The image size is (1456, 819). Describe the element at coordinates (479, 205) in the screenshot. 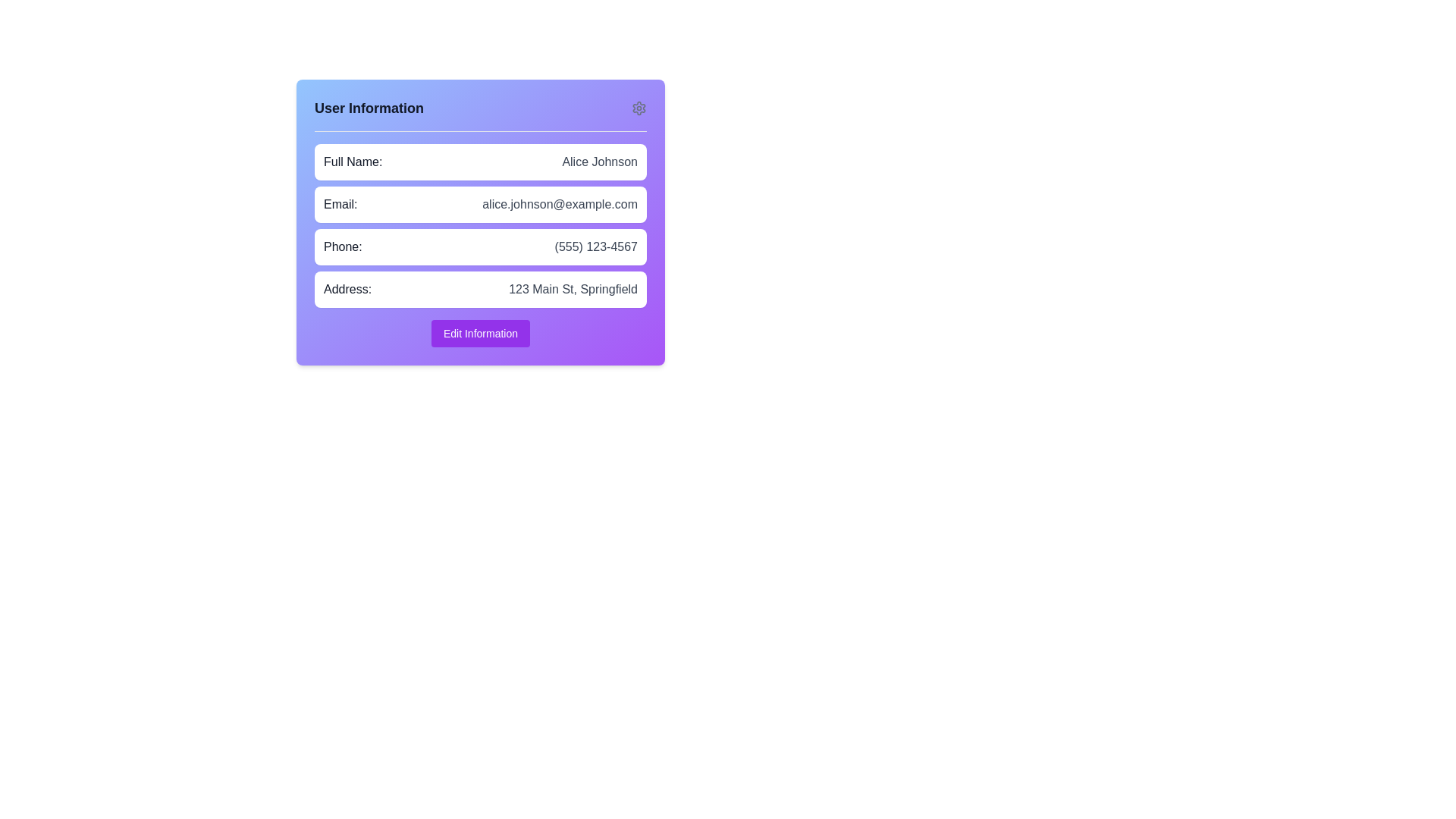

I see `the text display field that shows the user's email address, which is located in the second row of the vertical list of user details, directly below the 'Full Name' section` at that location.